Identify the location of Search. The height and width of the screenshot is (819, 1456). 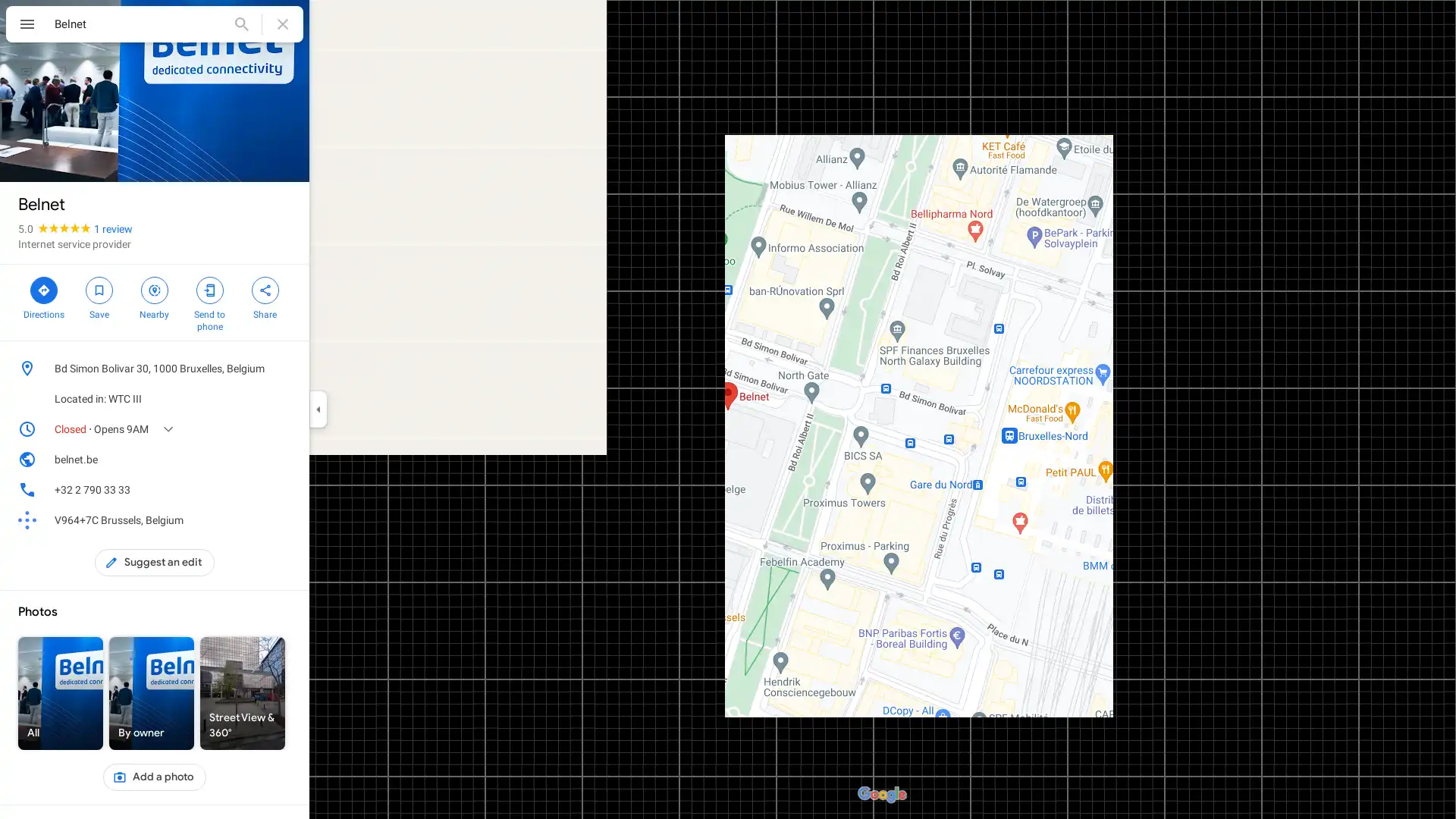
(240, 24).